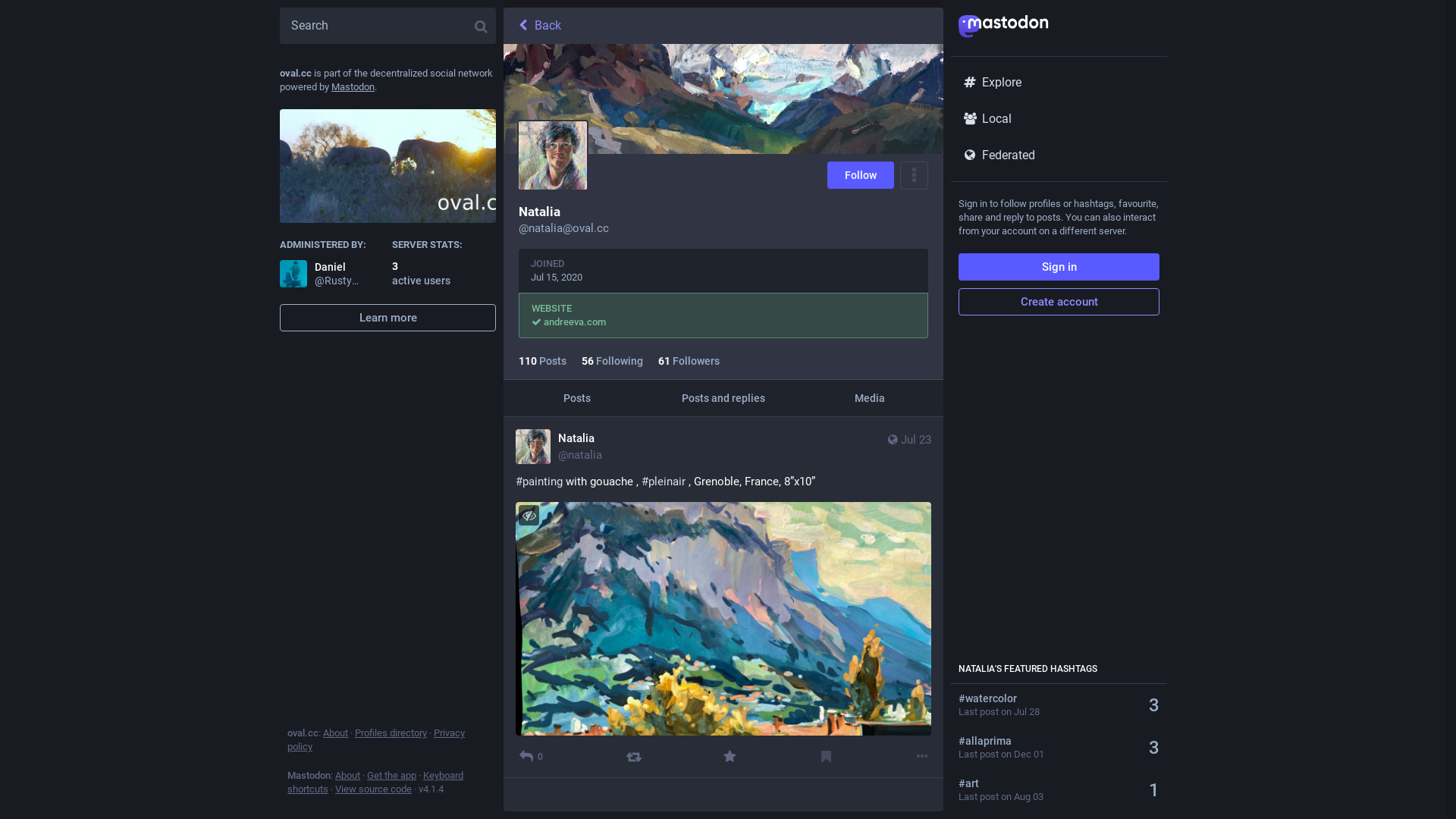  Describe the element at coordinates (353, 732) in the screenshot. I see `'Profiles directory'` at that location.